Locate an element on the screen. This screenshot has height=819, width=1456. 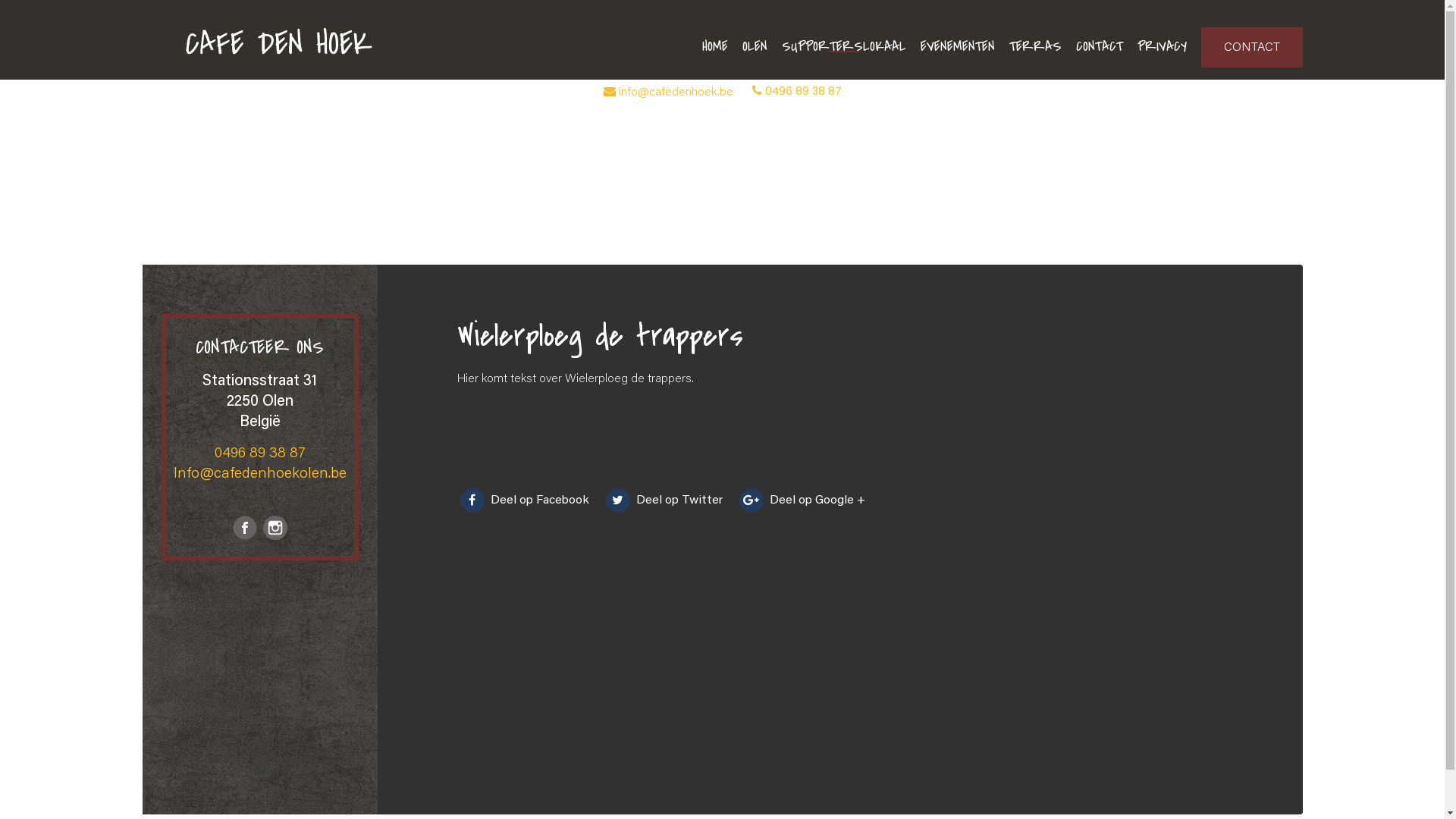
'SUPPORTERSLOKAAL' is located at coordinates (843, 45).